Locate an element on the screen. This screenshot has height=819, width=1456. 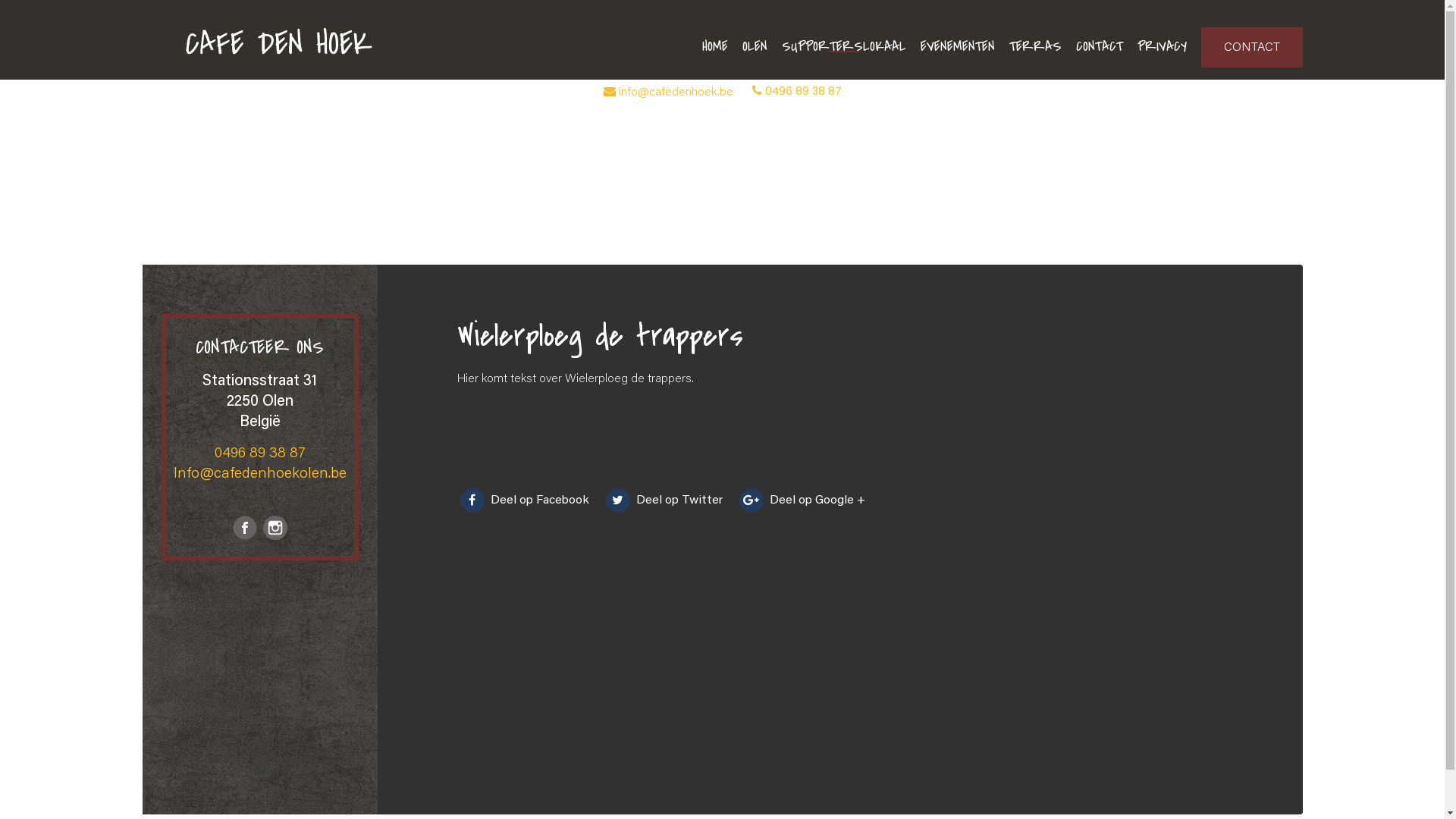
'SUPPORTERSLOKAAL' is located at coordinates (843, 45).